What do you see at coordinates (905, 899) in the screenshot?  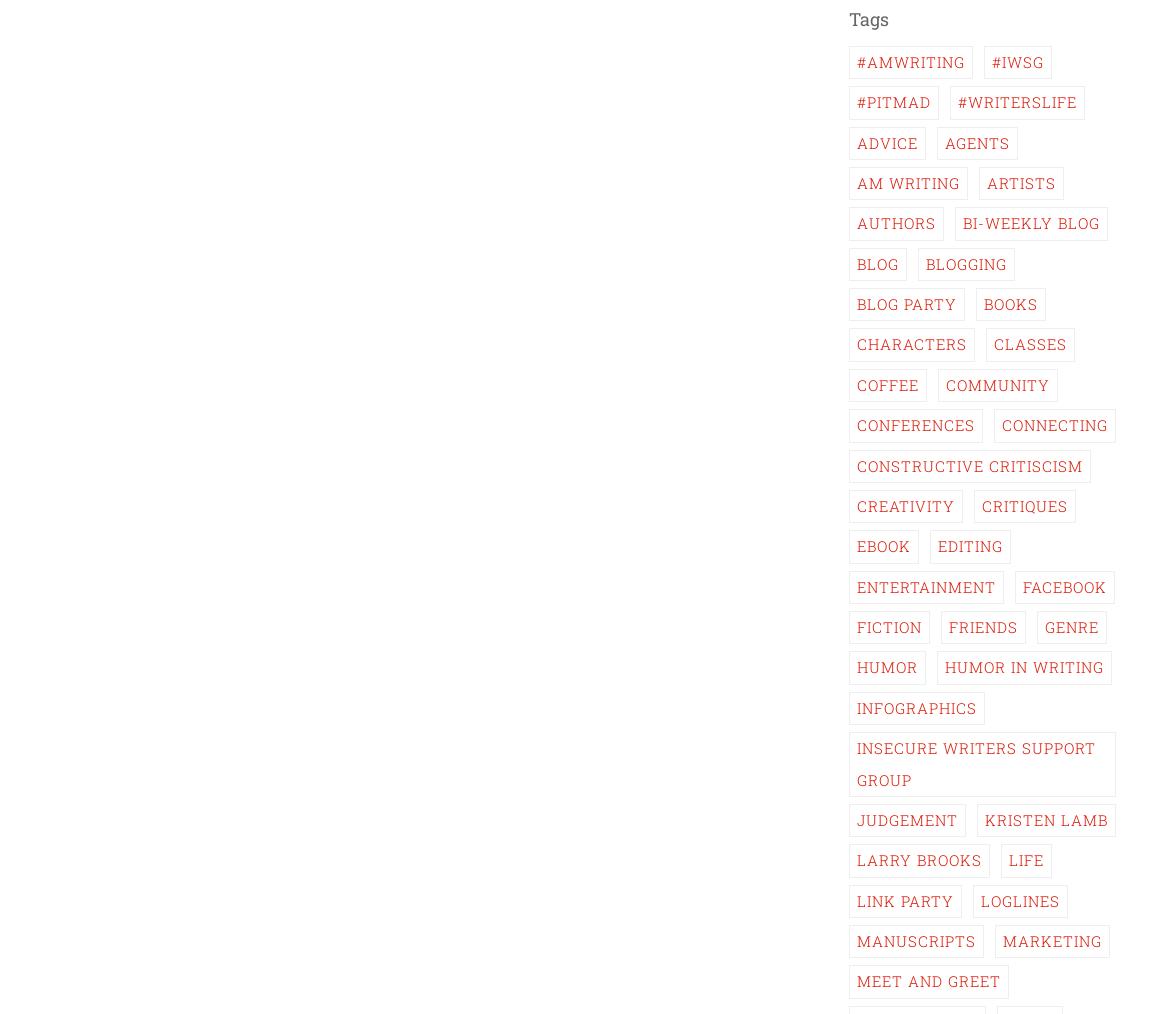 I see `'link party'` at bounding box center [905, 899].